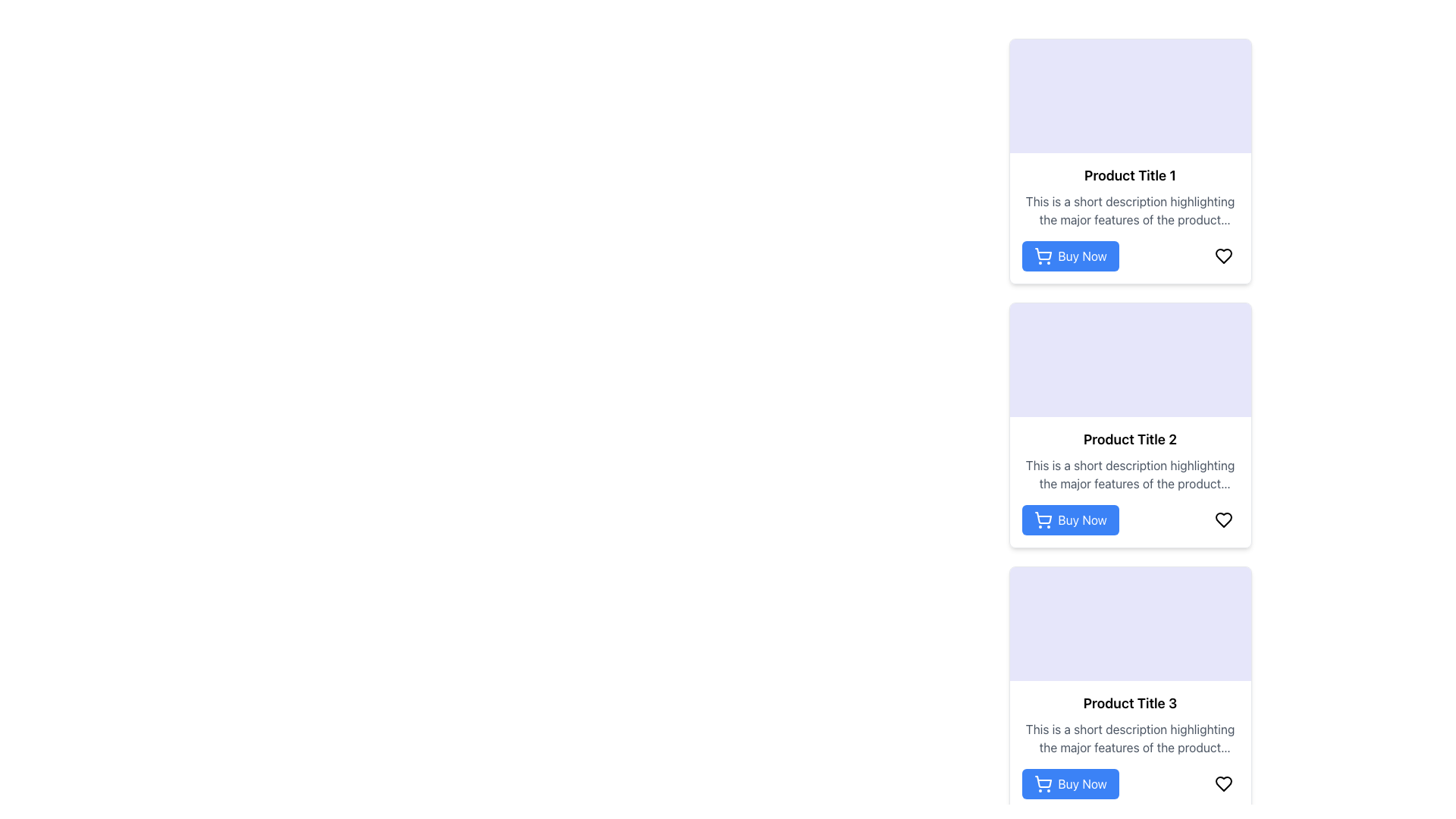  Describe the element at coordinates (1069, 256) in the screenshot. I see `the 'Buy Now' button with a blue background and white text, located at the bottom left of the product description card for 'Product Title 1'` at that location.